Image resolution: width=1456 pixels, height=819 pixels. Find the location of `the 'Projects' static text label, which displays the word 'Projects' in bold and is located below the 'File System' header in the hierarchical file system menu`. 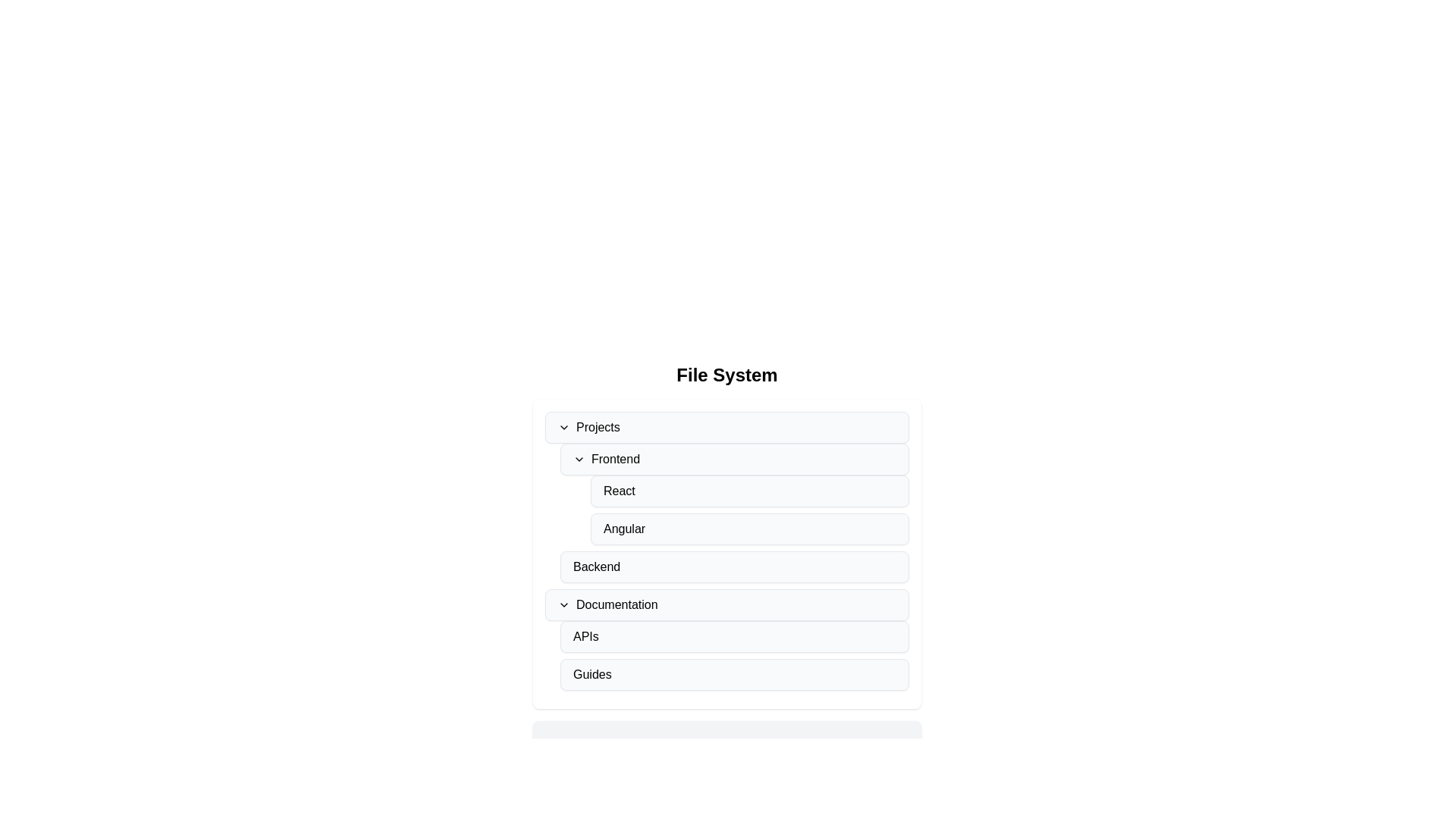

the 'Projects' static text label, which displays the word 'Projects' in bold and is located below the 'File System' header in the hierarchical file system menu is located at coordinates (597, 427).